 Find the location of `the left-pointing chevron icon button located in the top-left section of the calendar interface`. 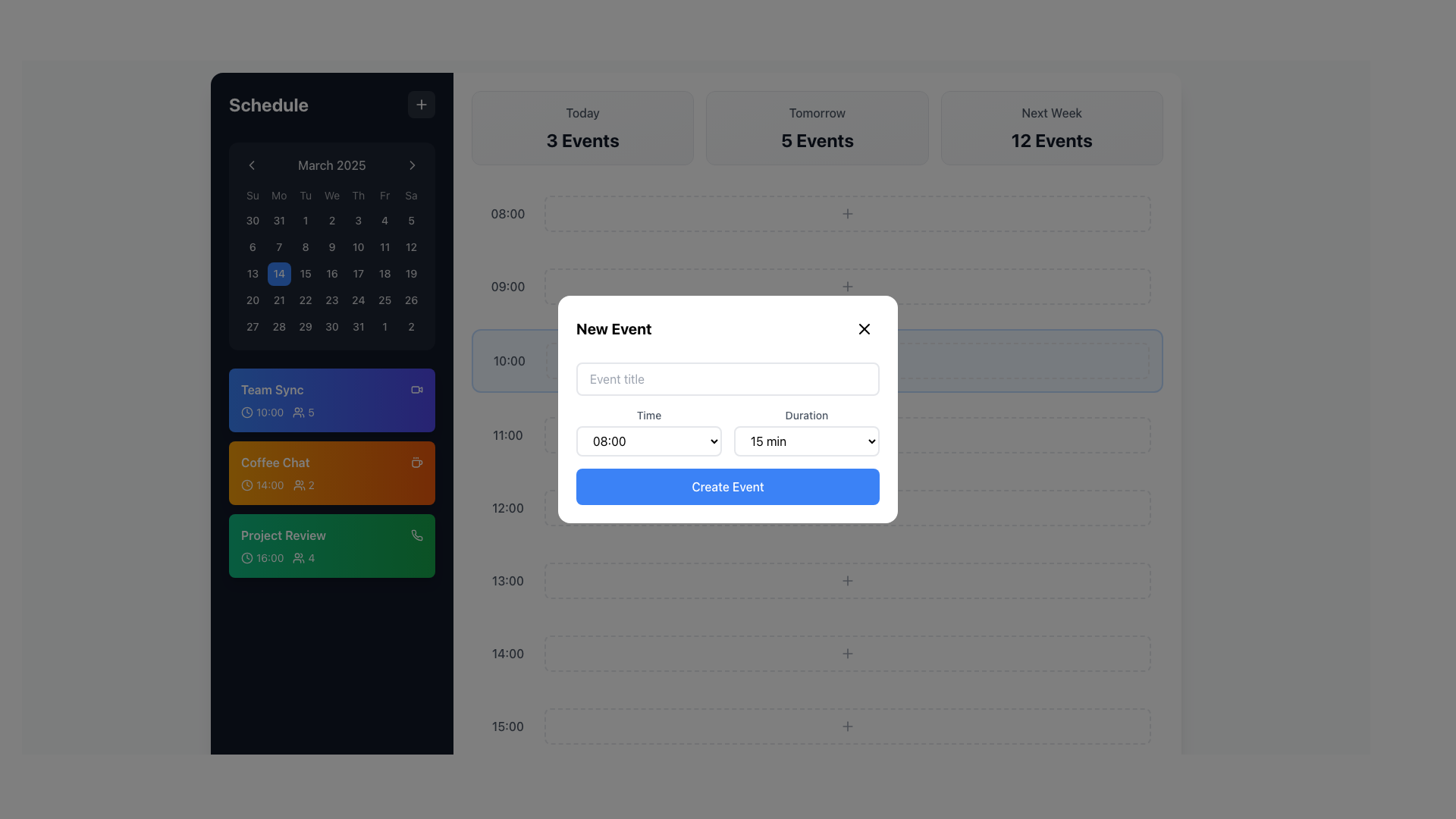

the left-pointing chevron icon button located in the top-left section of the calendar interface is located at coordinates (251, 165).